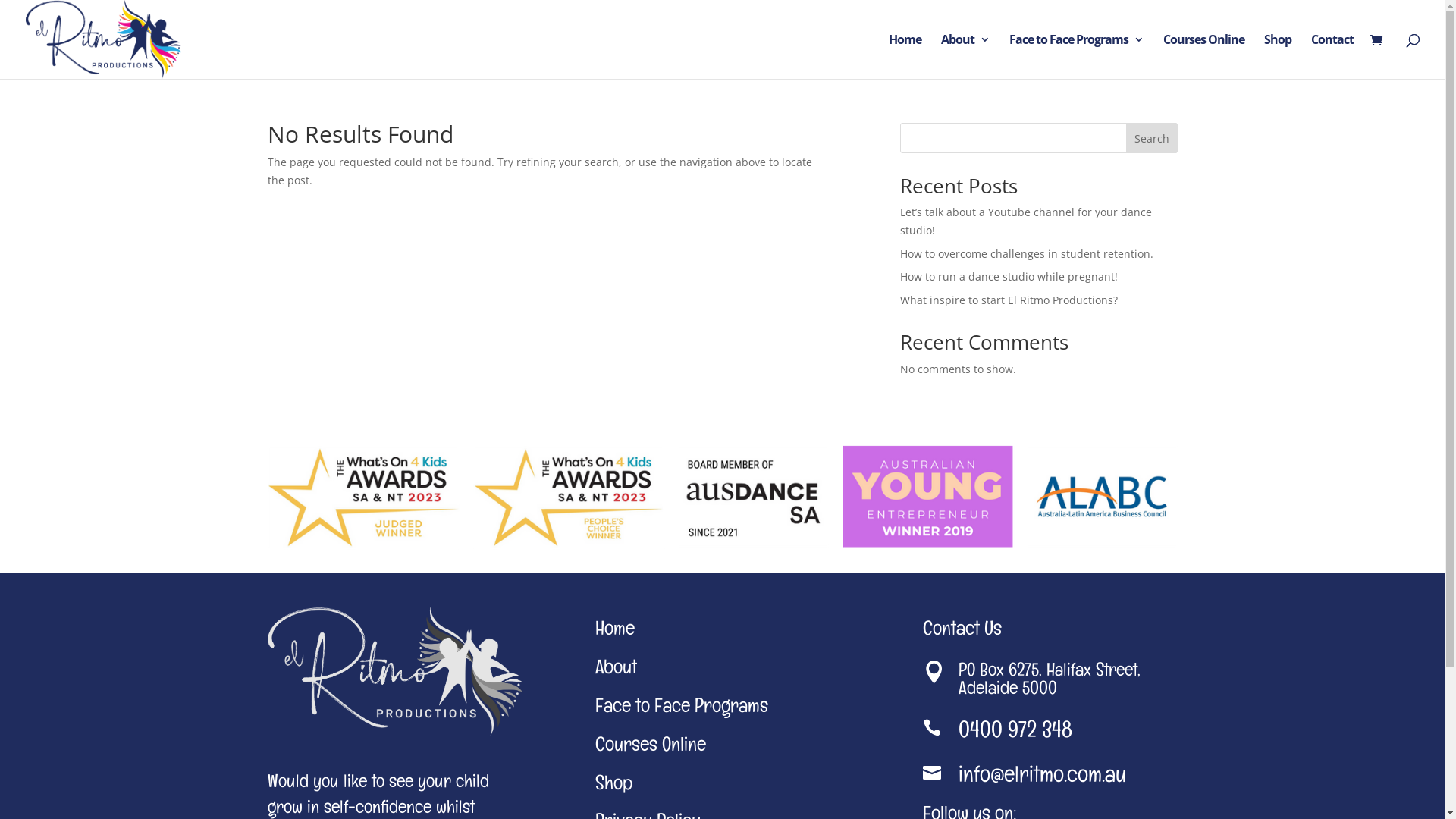 Image resolution: width=1456 pixels, height=819 pixels. I want to click on '0400 972 348', so click(957, 733).